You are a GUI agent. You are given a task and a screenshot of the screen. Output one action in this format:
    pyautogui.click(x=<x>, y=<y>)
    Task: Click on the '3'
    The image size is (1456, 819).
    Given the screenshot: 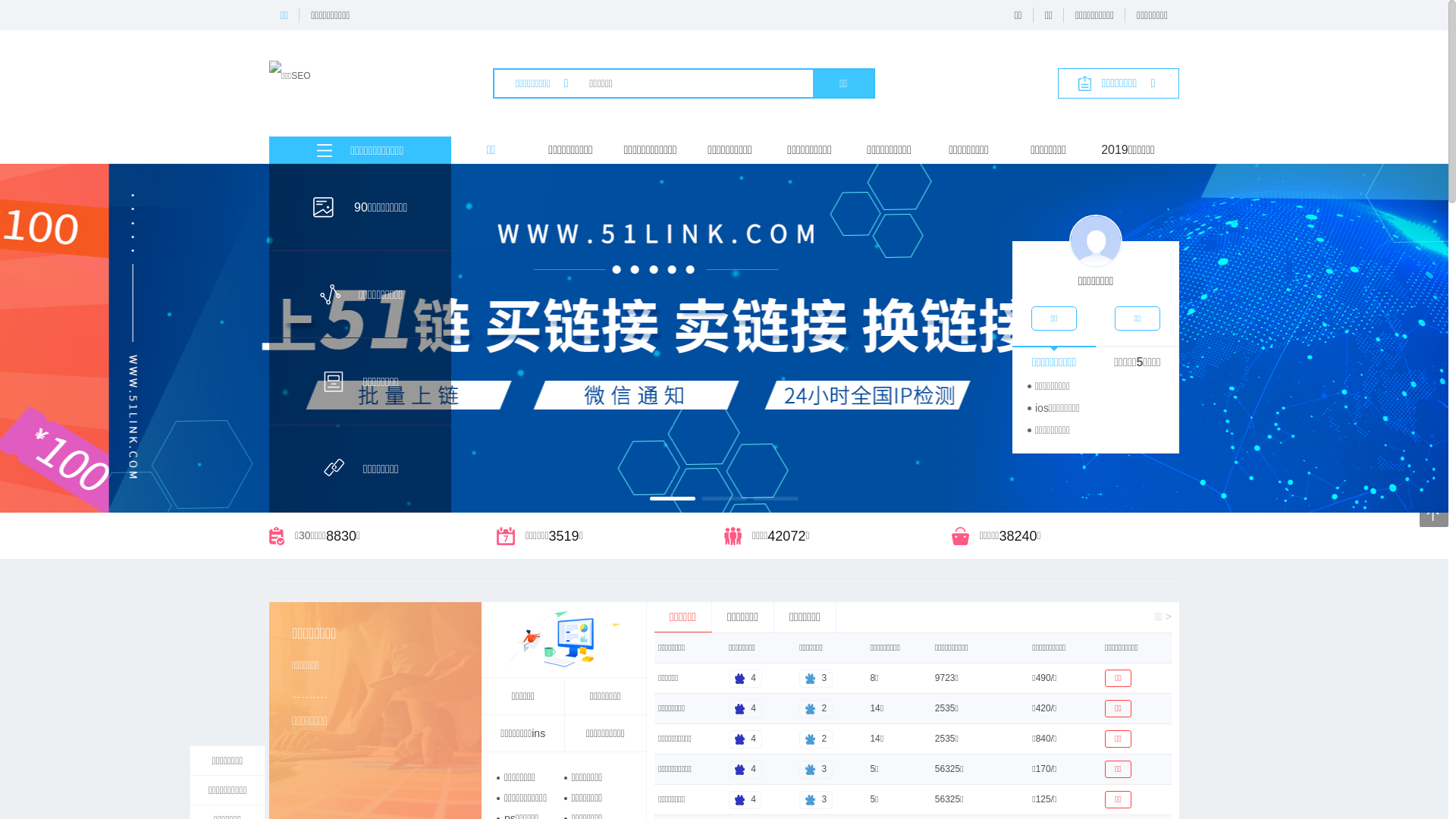 What is the action you would take?
    pyautogui.click(x=814, y=677)
    